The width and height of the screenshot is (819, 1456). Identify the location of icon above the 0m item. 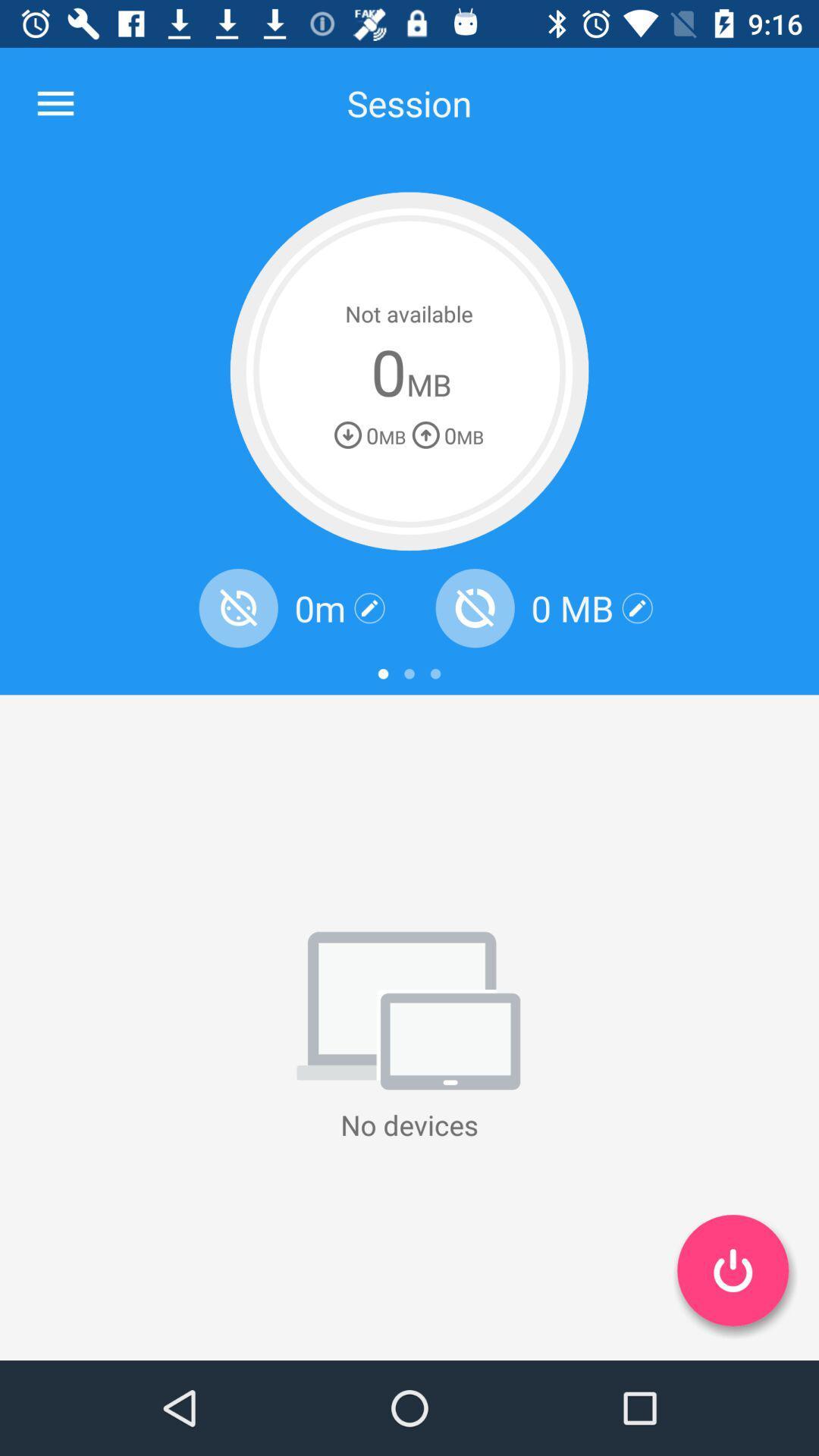
(409, 371).